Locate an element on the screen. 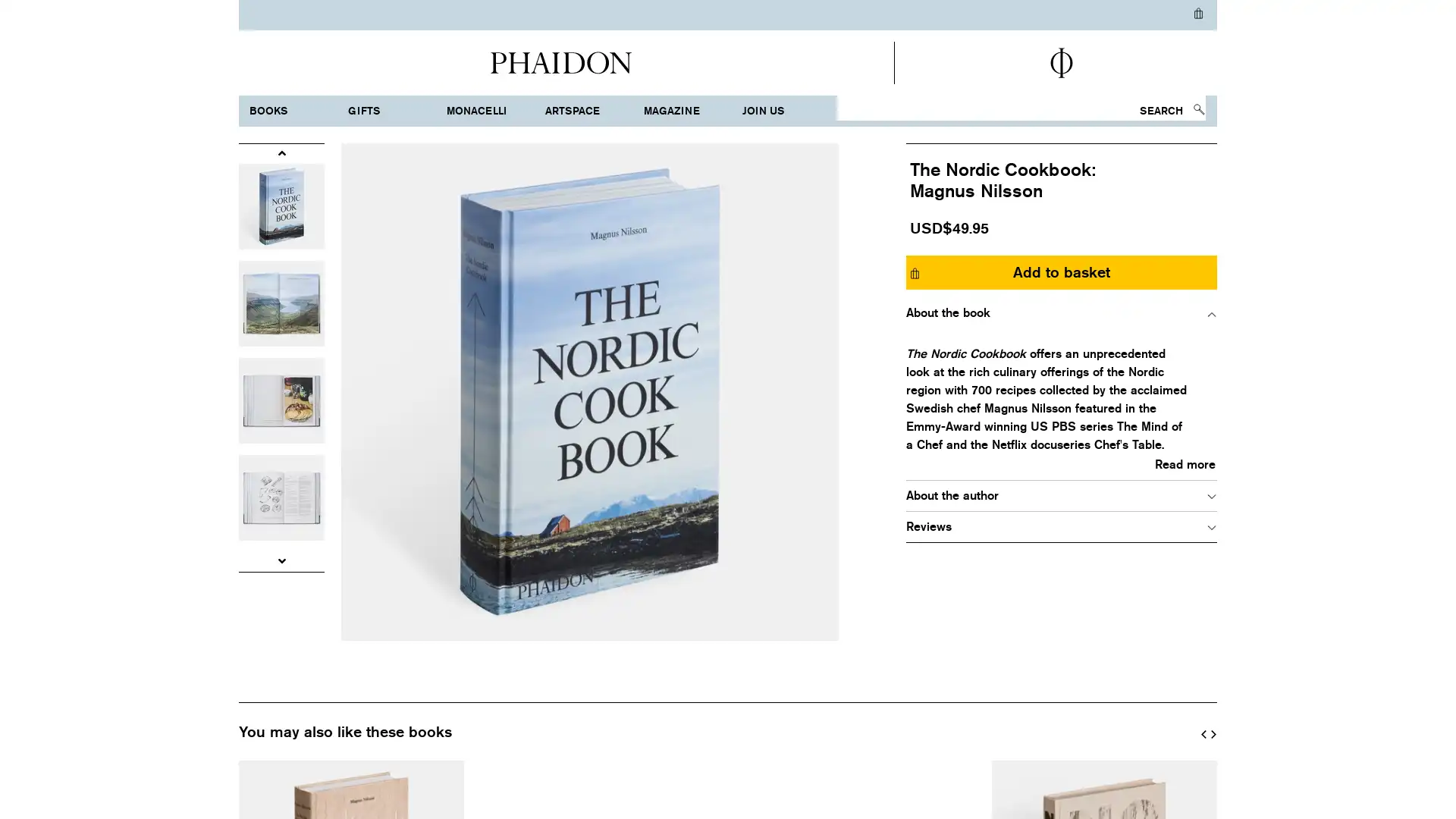 The height and width of the screenshot is (819, 1456). Reviews is located at coordinates (1061, 526).